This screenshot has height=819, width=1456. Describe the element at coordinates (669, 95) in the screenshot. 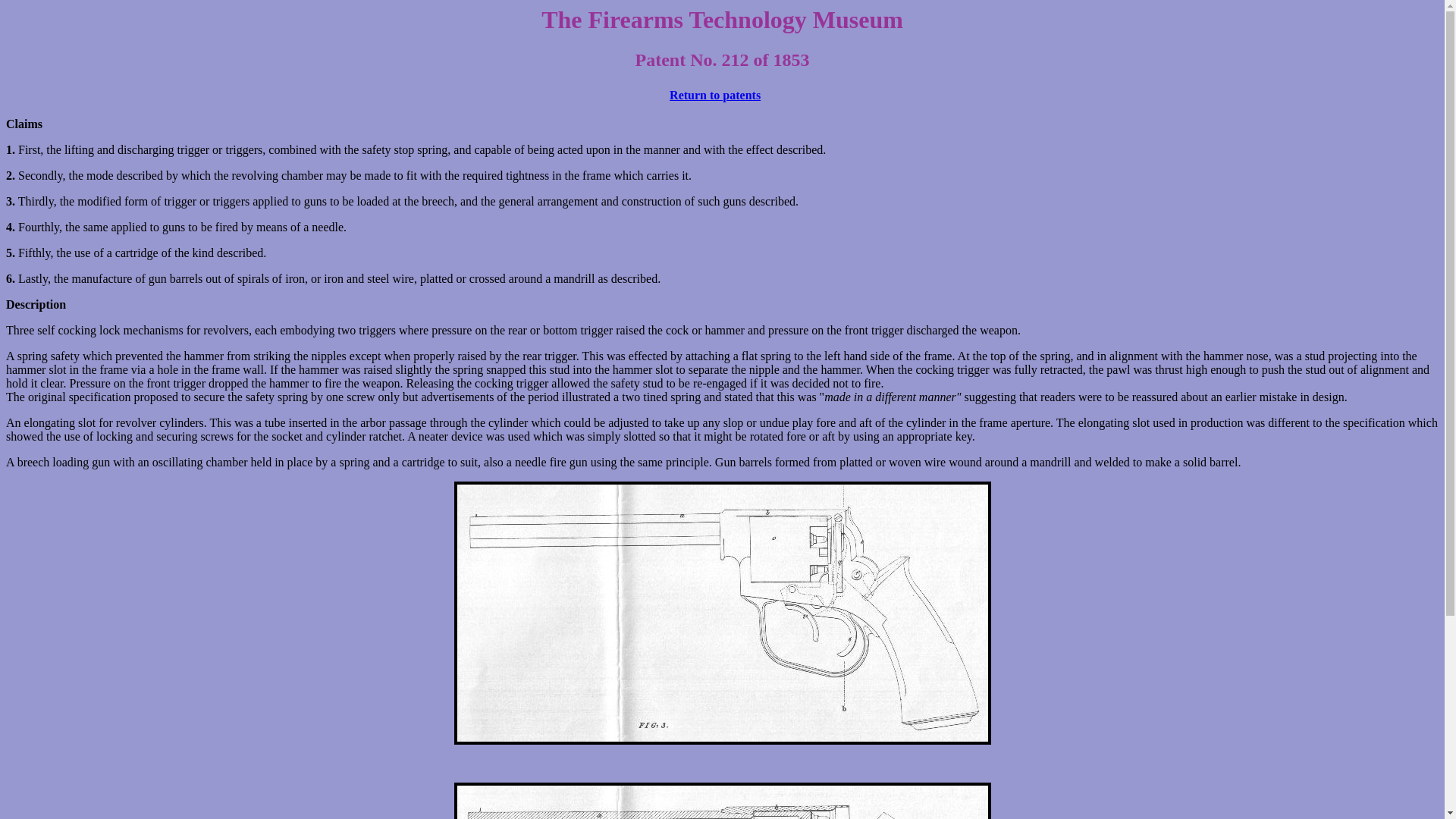

I see `'Return to patents'` at that location.